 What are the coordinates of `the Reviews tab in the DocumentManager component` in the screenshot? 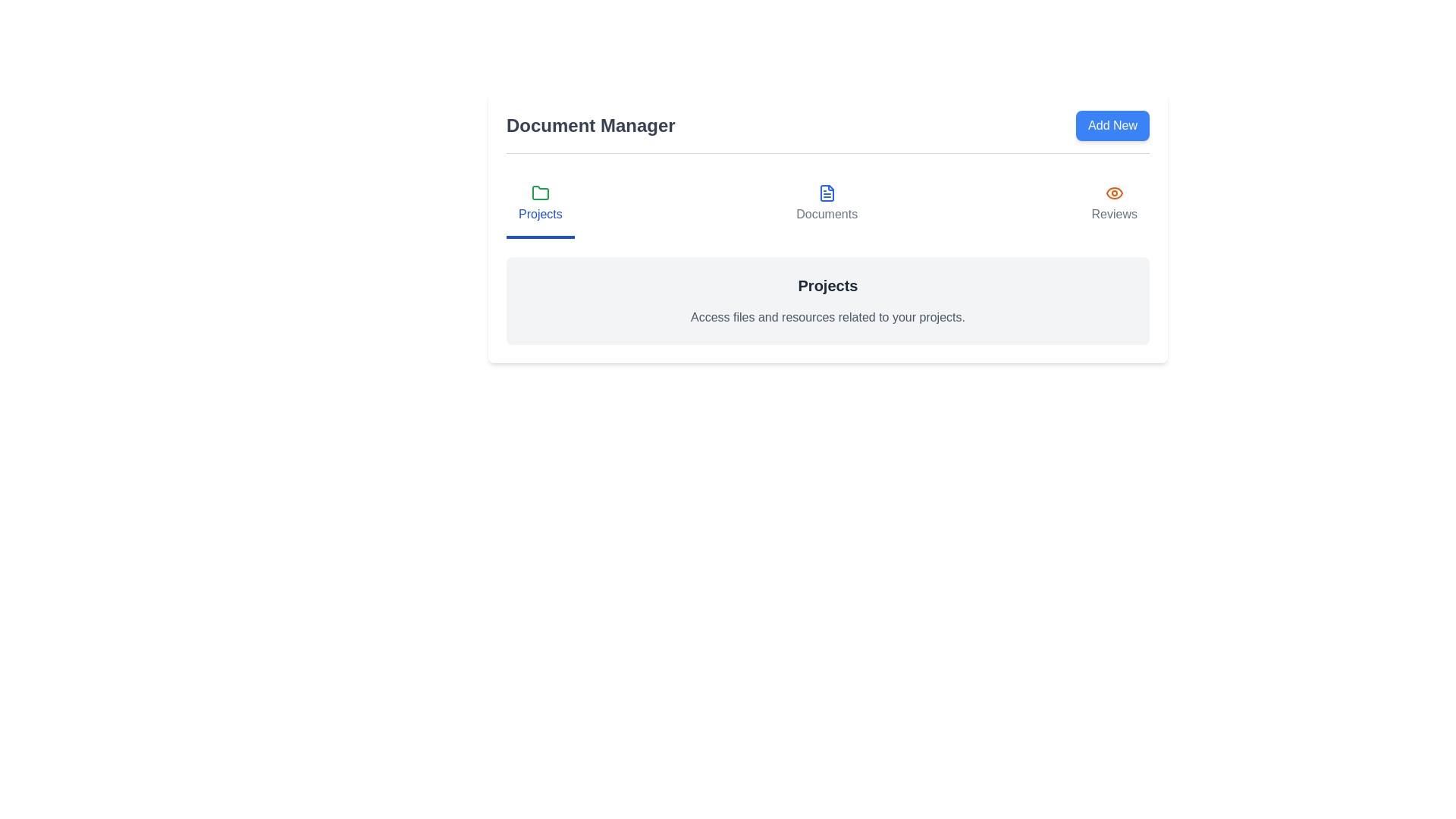 It's located at (1114, 205).